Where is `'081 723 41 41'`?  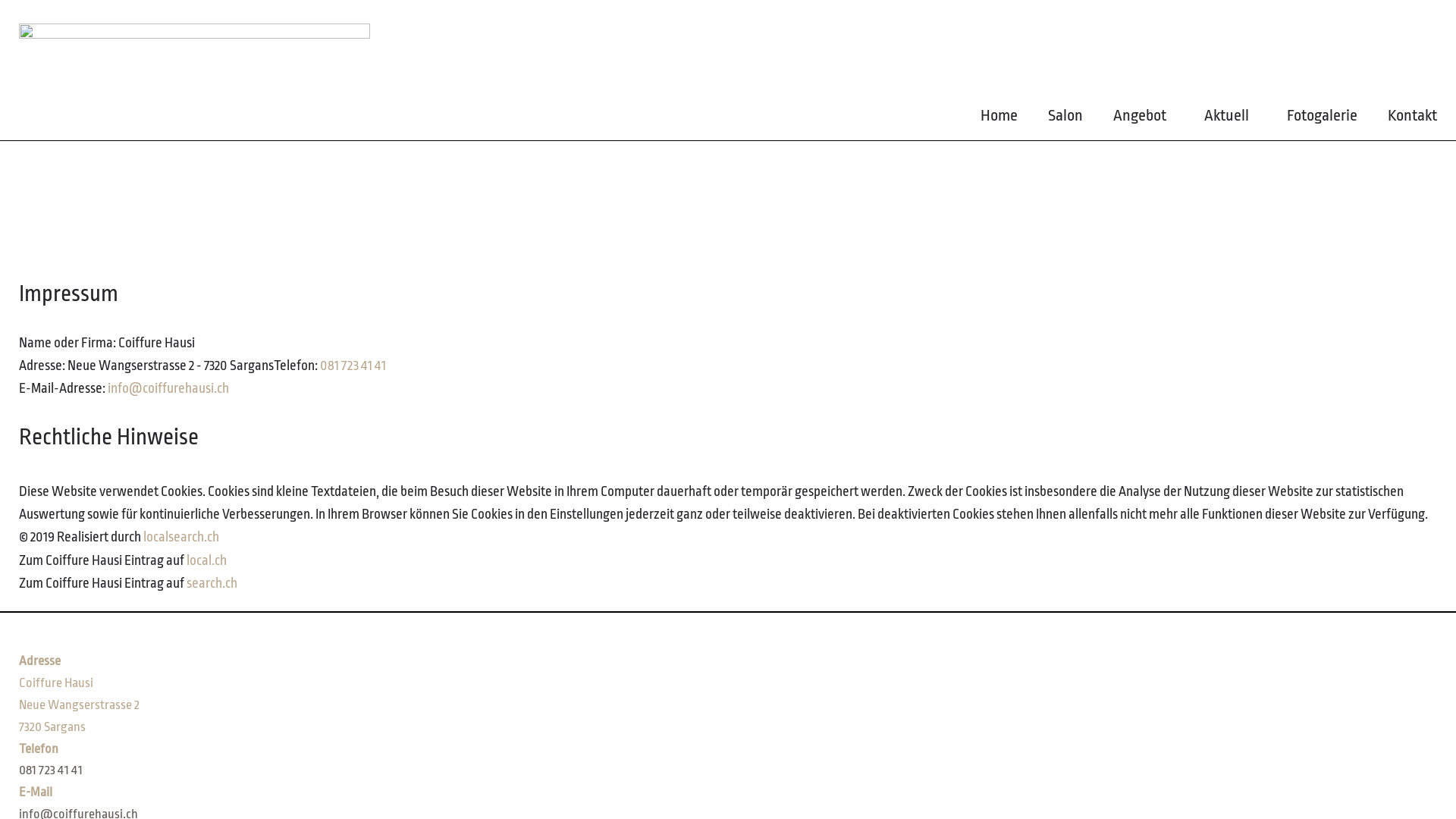 '081 723 41 41' is located at coordinates (18, 770).